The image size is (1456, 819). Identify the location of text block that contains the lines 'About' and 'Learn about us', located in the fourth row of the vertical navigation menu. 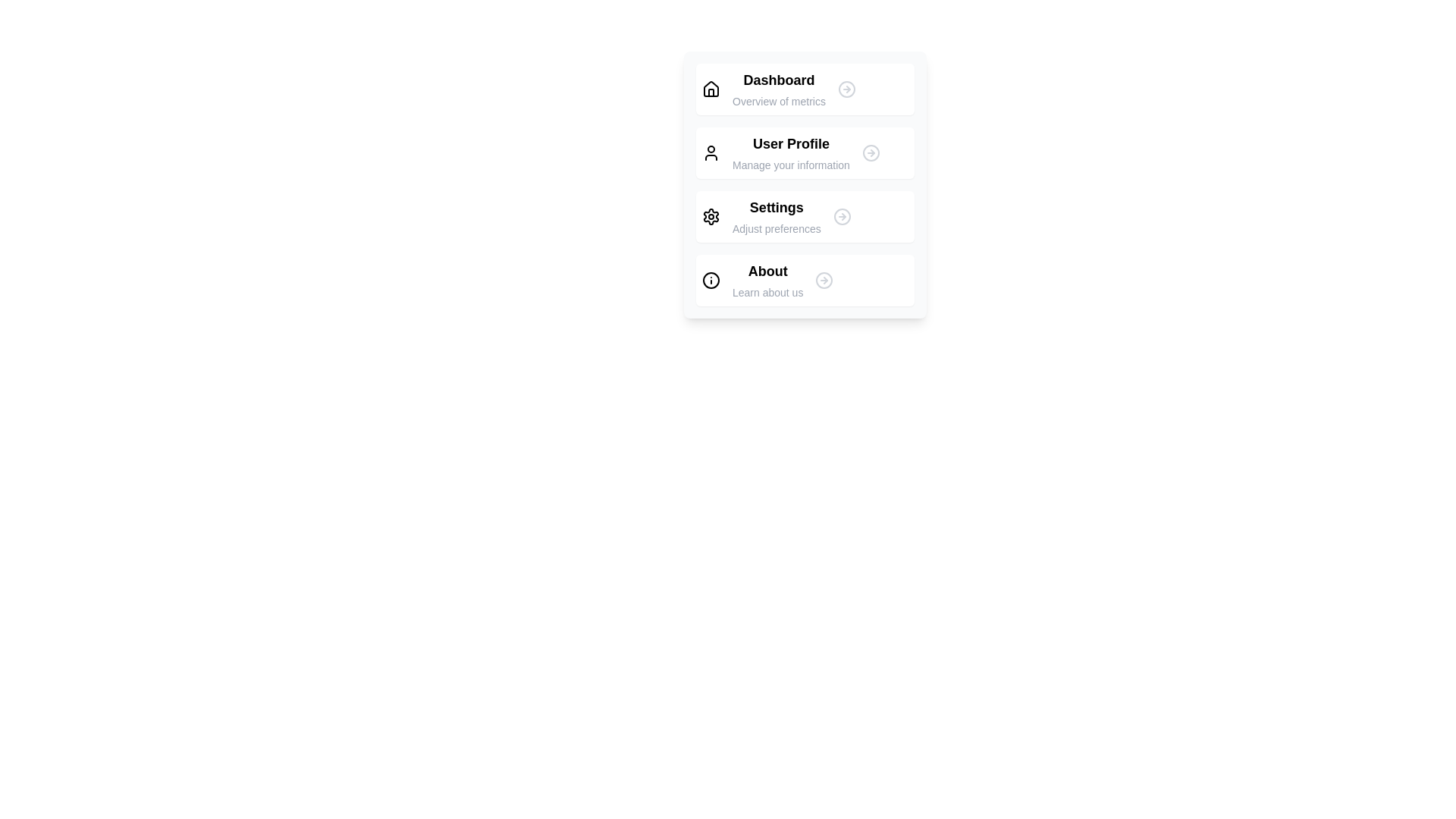
(767, 281).